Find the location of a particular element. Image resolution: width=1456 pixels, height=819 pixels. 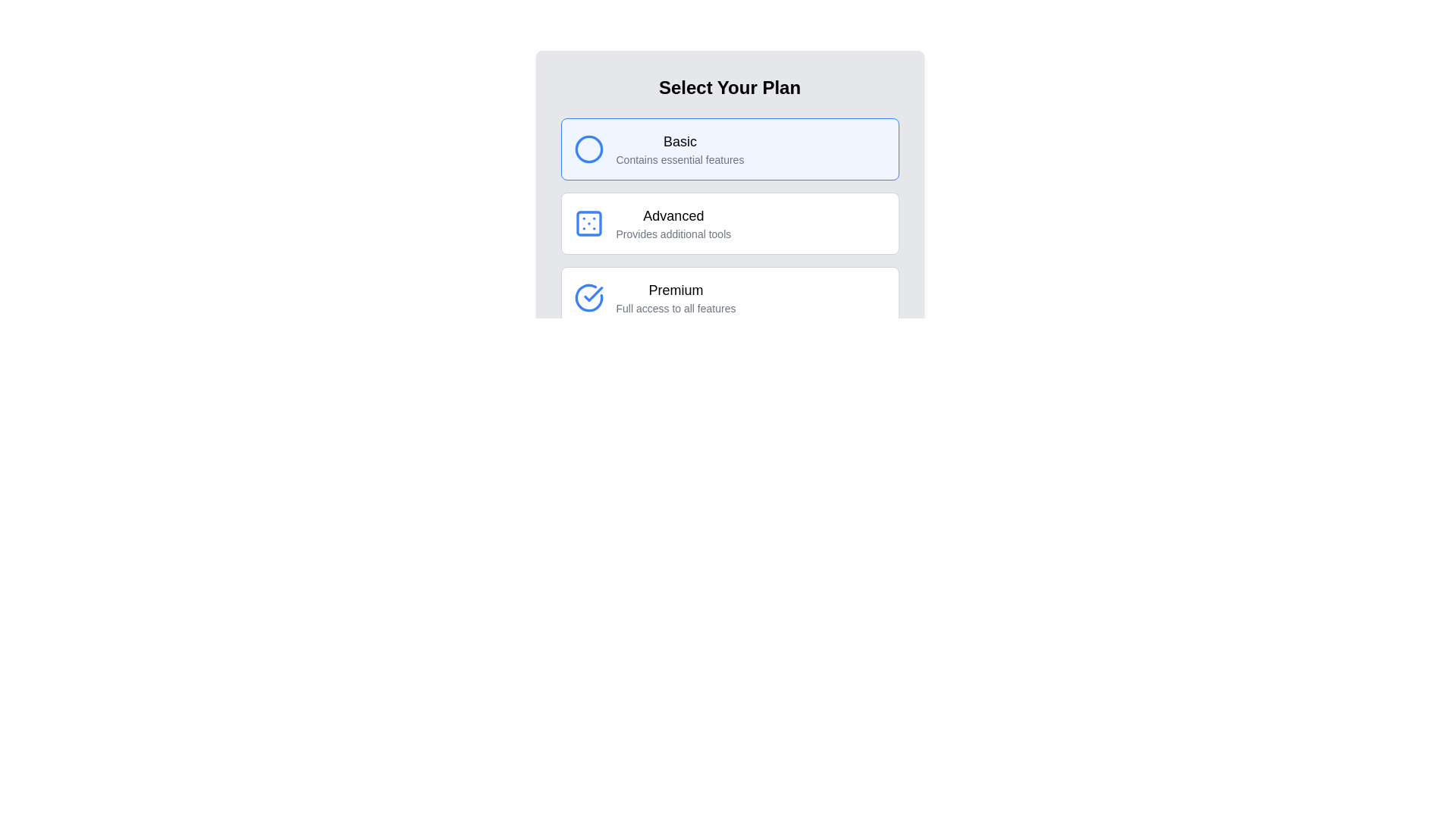

heading text that displays 'Select Your Plan', which is a bold, extra-large, centrally aligned title located at the top of the selection options for different plans is located at coordinates (730, 87).